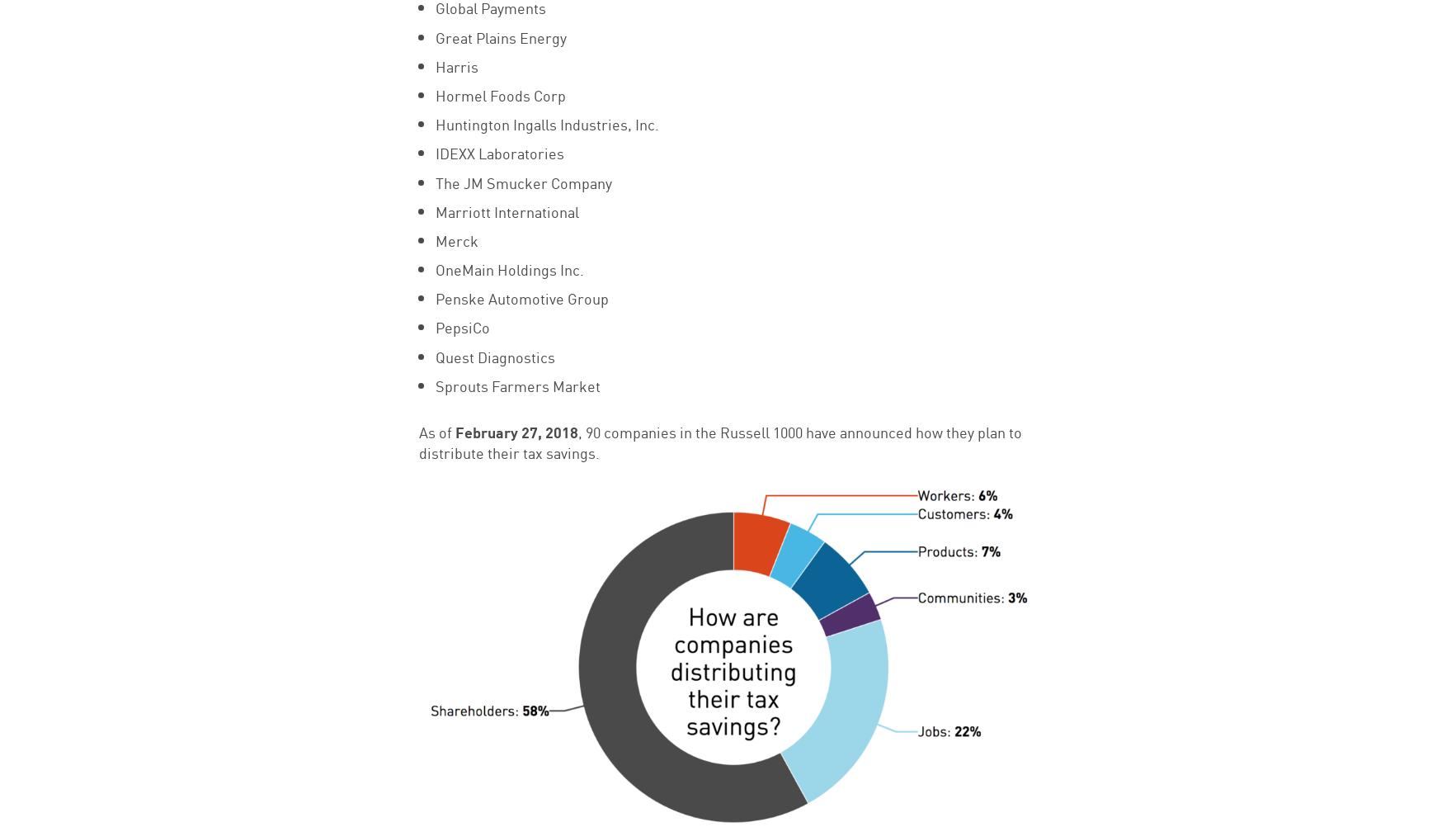 The image size is (1456, 827). I want to click on 'Merck', so click(455, 238).